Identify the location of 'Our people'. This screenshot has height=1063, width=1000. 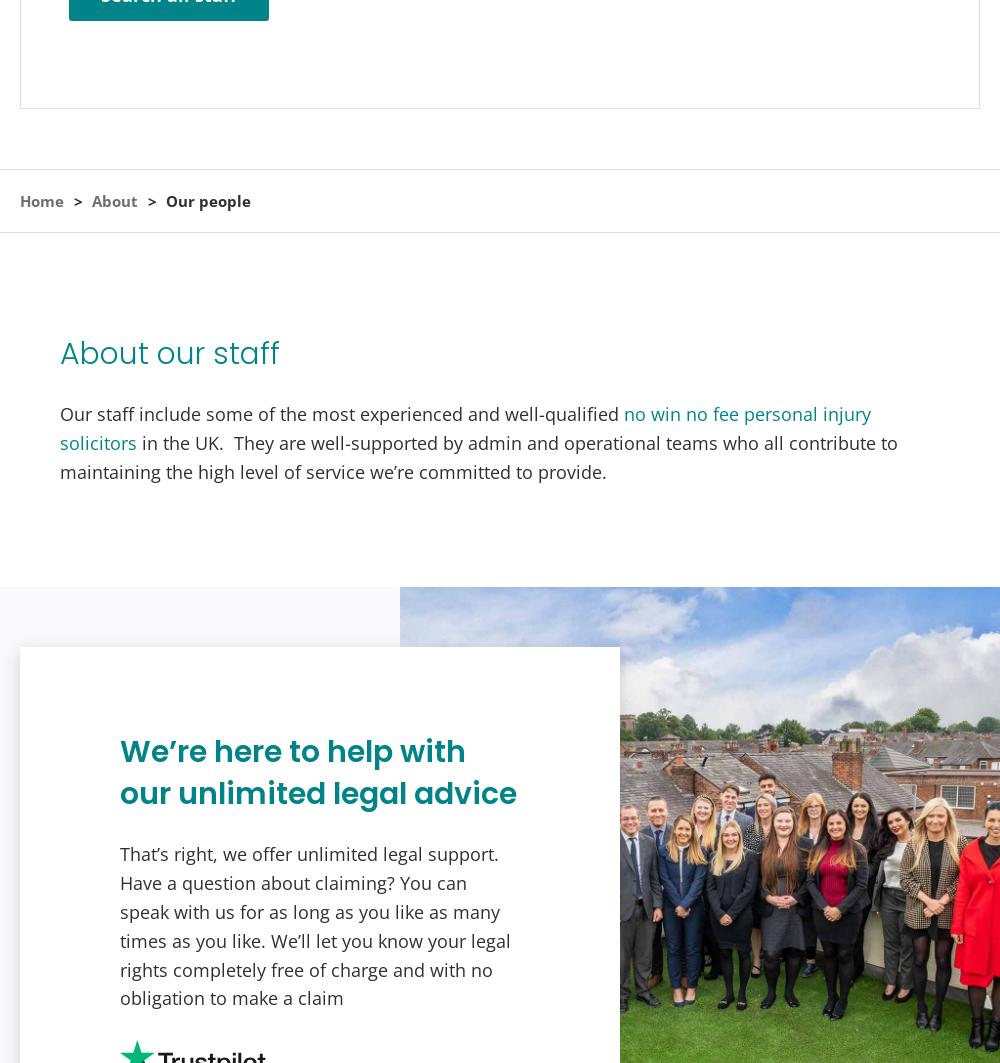
(207, 201).